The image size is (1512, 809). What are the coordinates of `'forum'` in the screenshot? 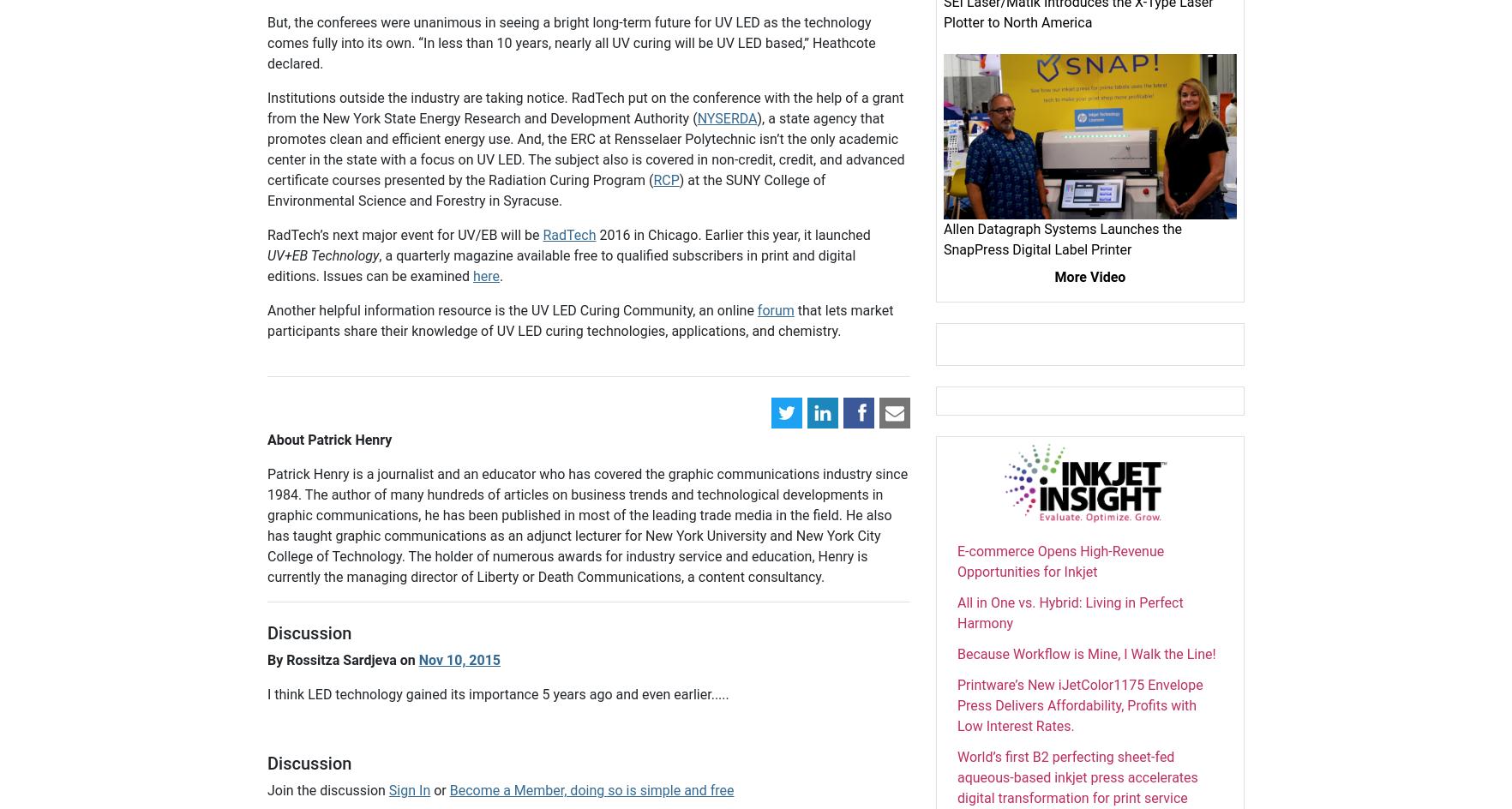 It's located at (775, 310).